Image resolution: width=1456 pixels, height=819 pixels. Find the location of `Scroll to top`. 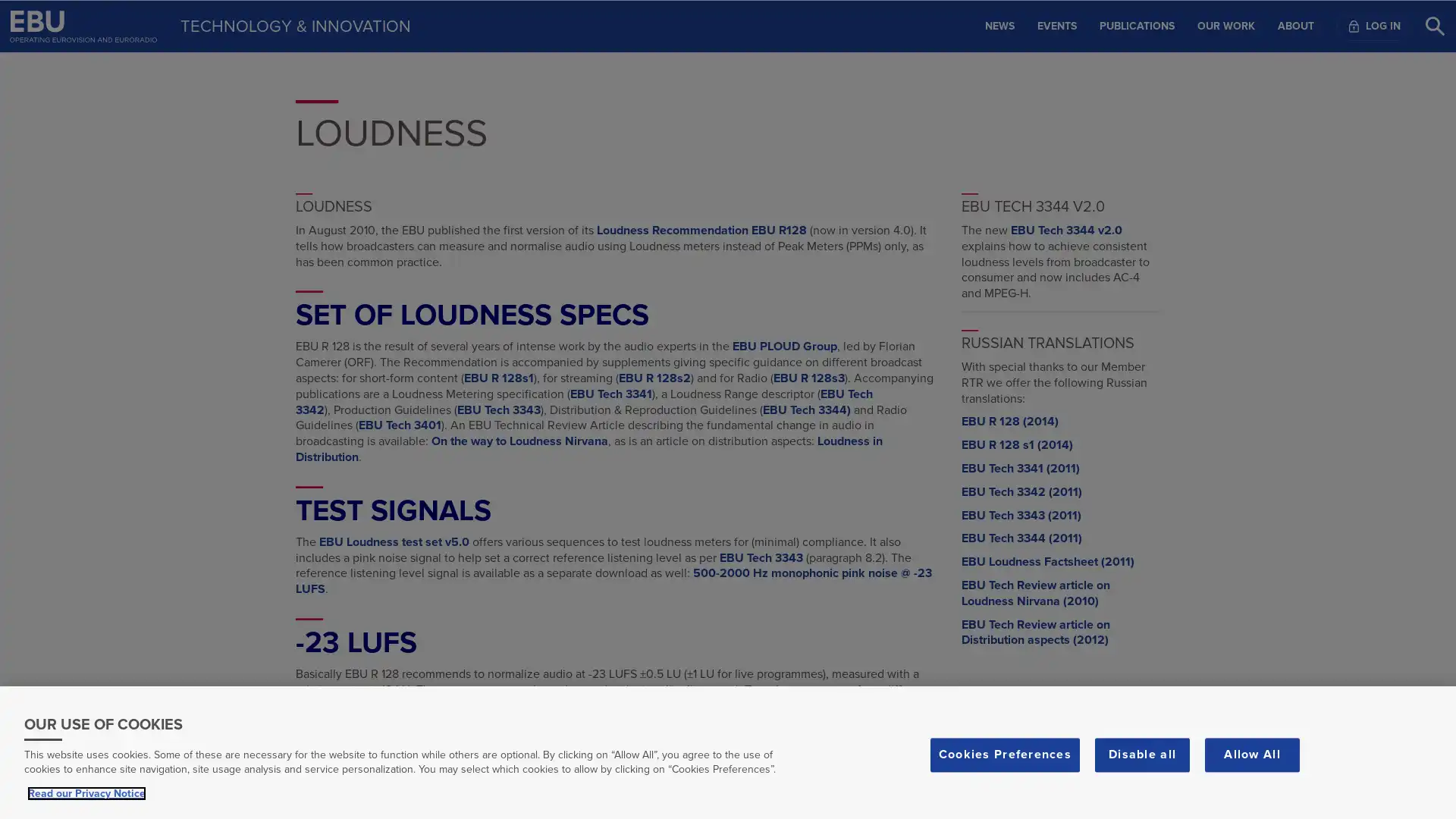

Scroll to top is located at coordinates (1371, 718).